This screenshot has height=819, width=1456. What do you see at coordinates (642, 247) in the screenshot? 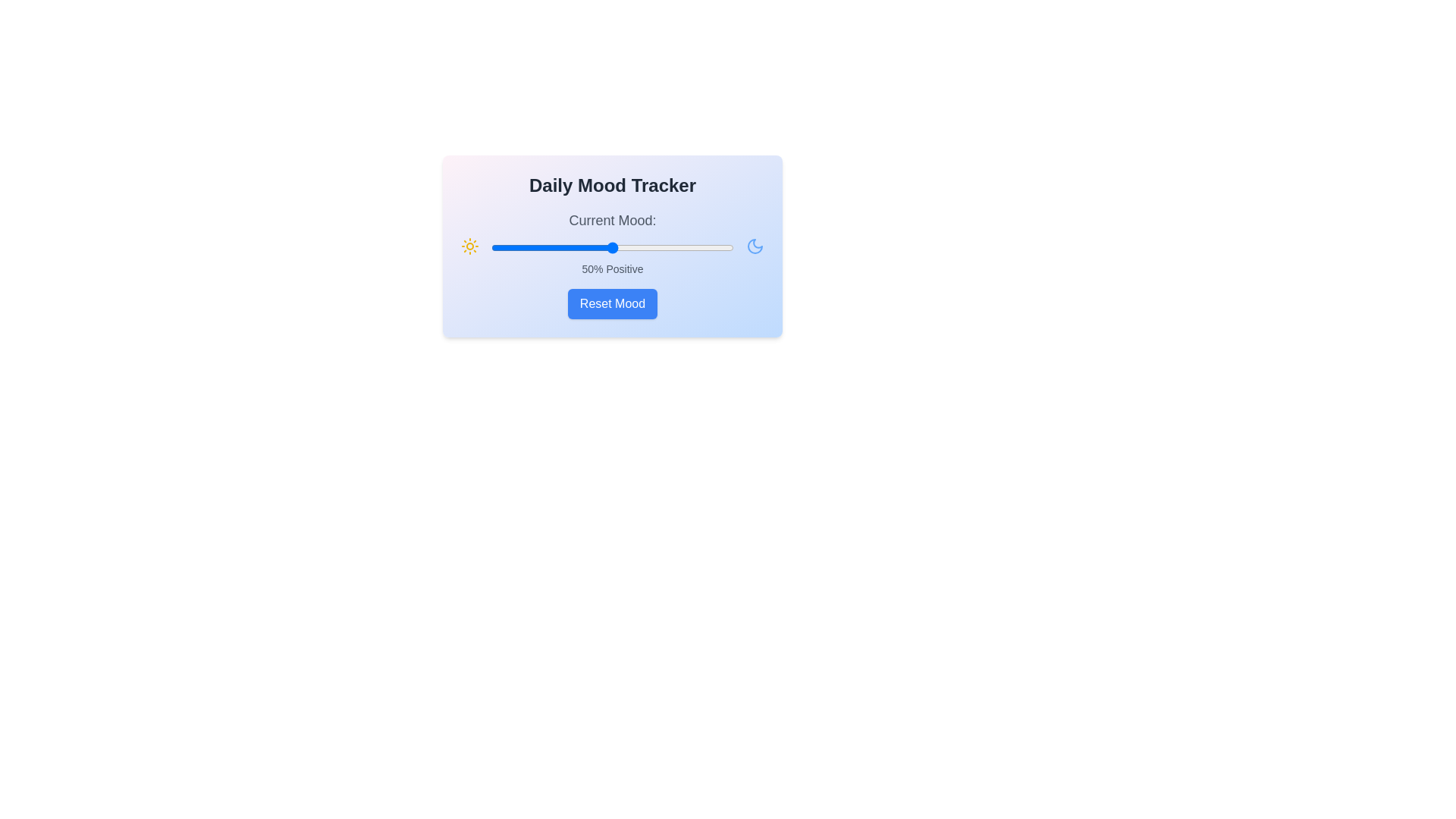
I see `mood rating` at bounding box center [642, 247].